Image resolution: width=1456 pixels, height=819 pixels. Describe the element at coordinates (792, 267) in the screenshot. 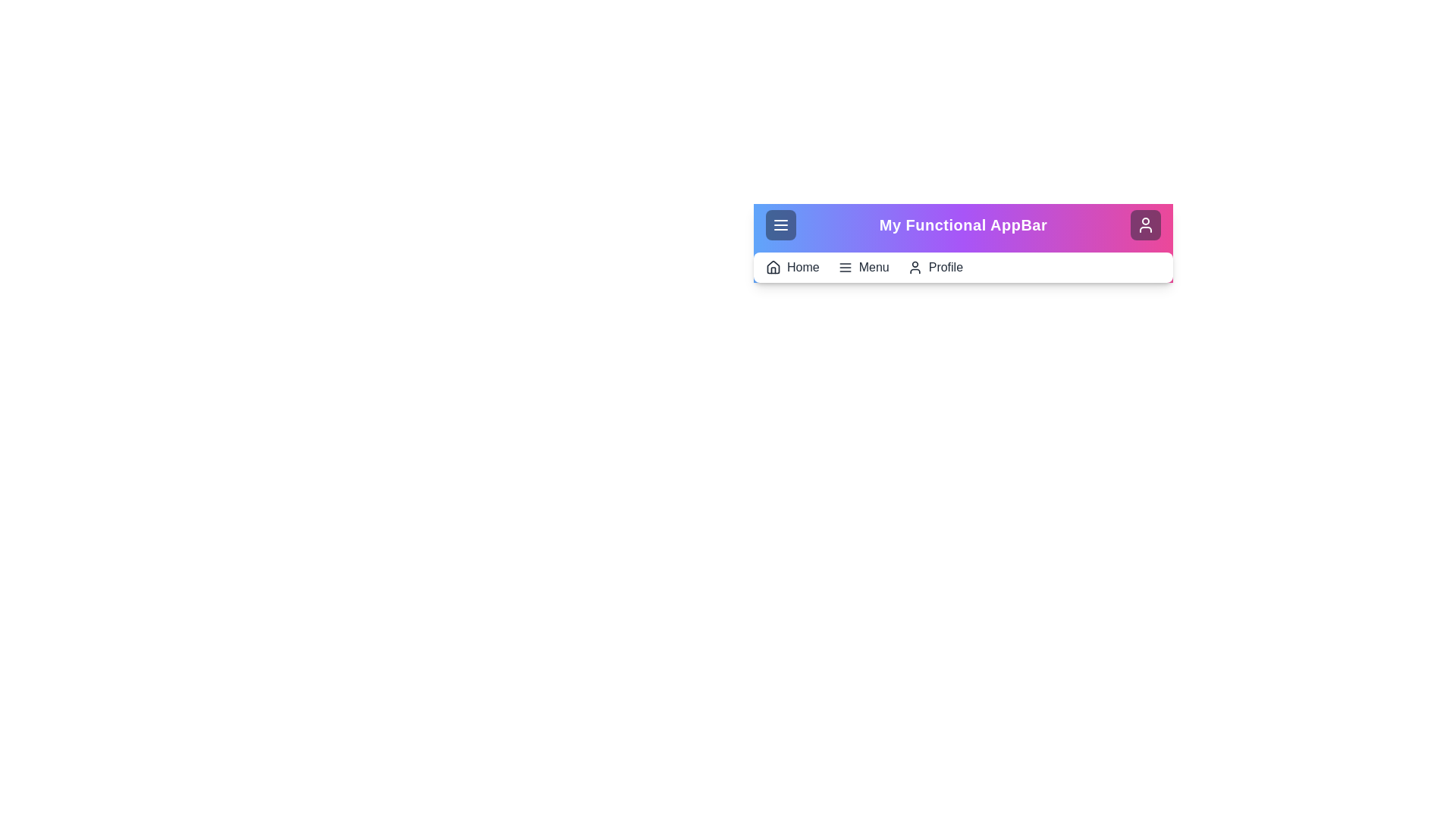

I see `the 'Home' button in the navigation bar` at that location.